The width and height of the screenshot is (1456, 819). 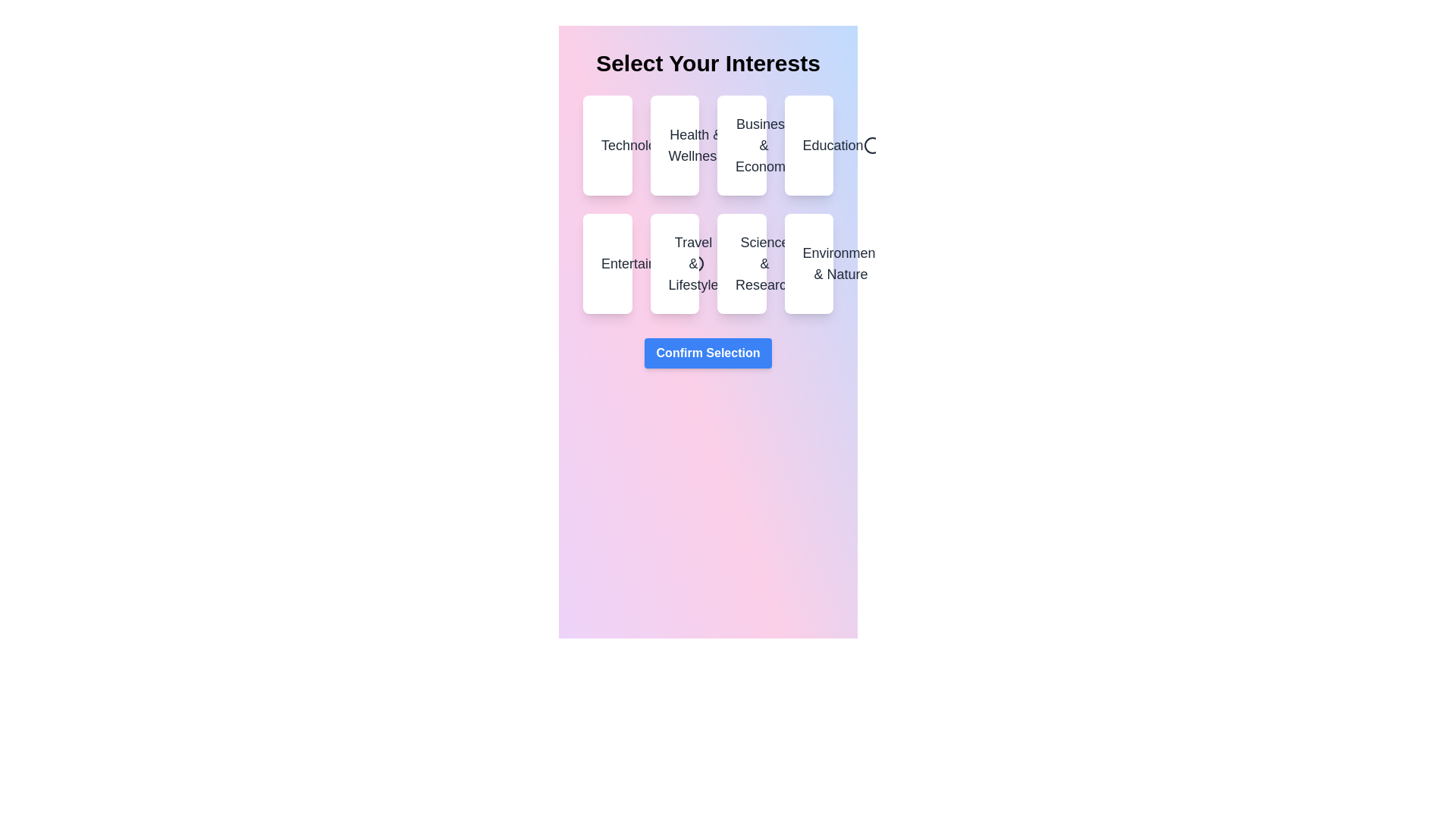 I want to click on the category Environment & Nature to see the hover effect, so click(x=808, y=262).